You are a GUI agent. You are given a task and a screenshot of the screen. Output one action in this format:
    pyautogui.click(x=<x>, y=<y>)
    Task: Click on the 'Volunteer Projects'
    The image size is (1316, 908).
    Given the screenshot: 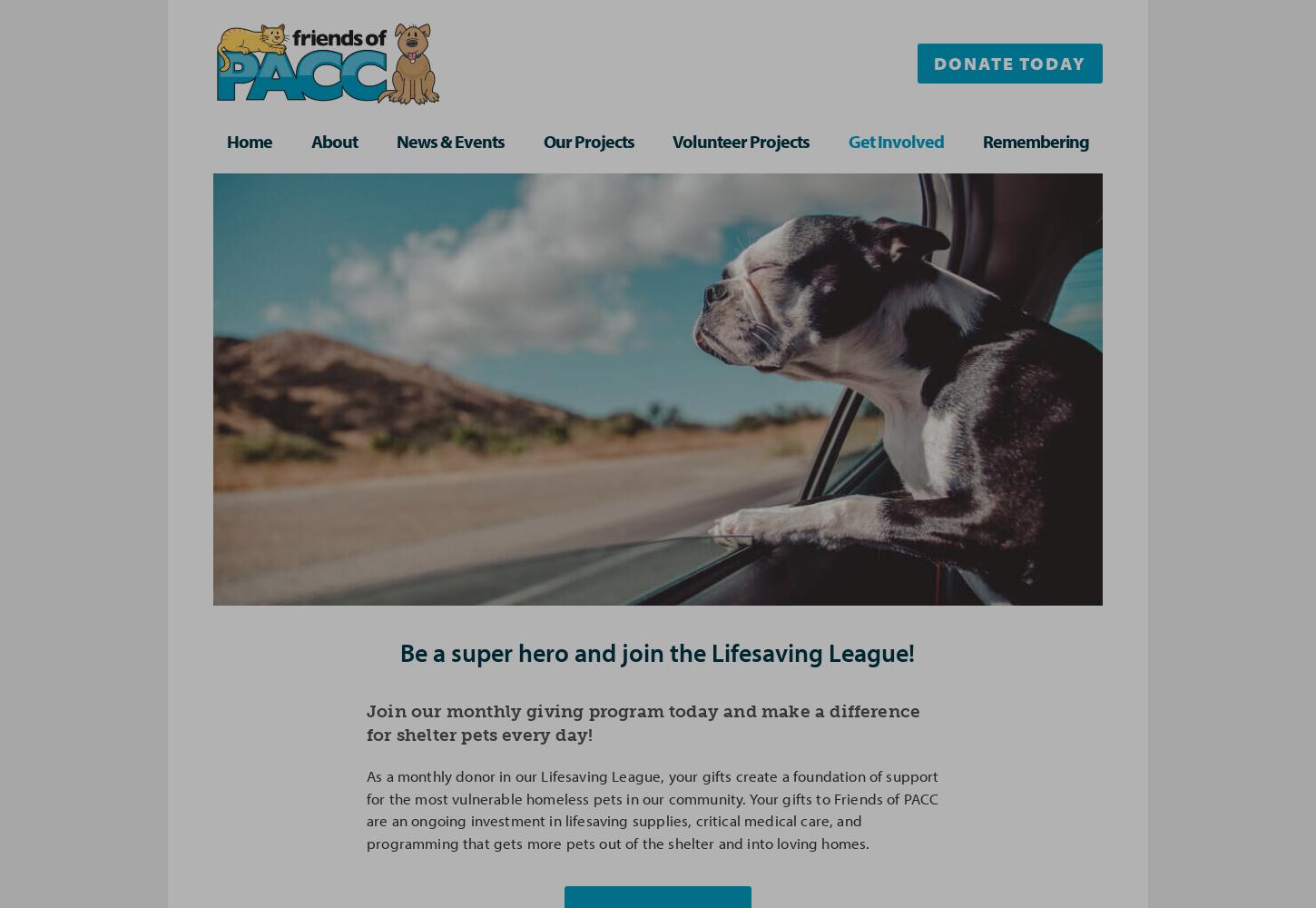 What is the action you would take?
    pyautogui.click(x=741, y=140)
    